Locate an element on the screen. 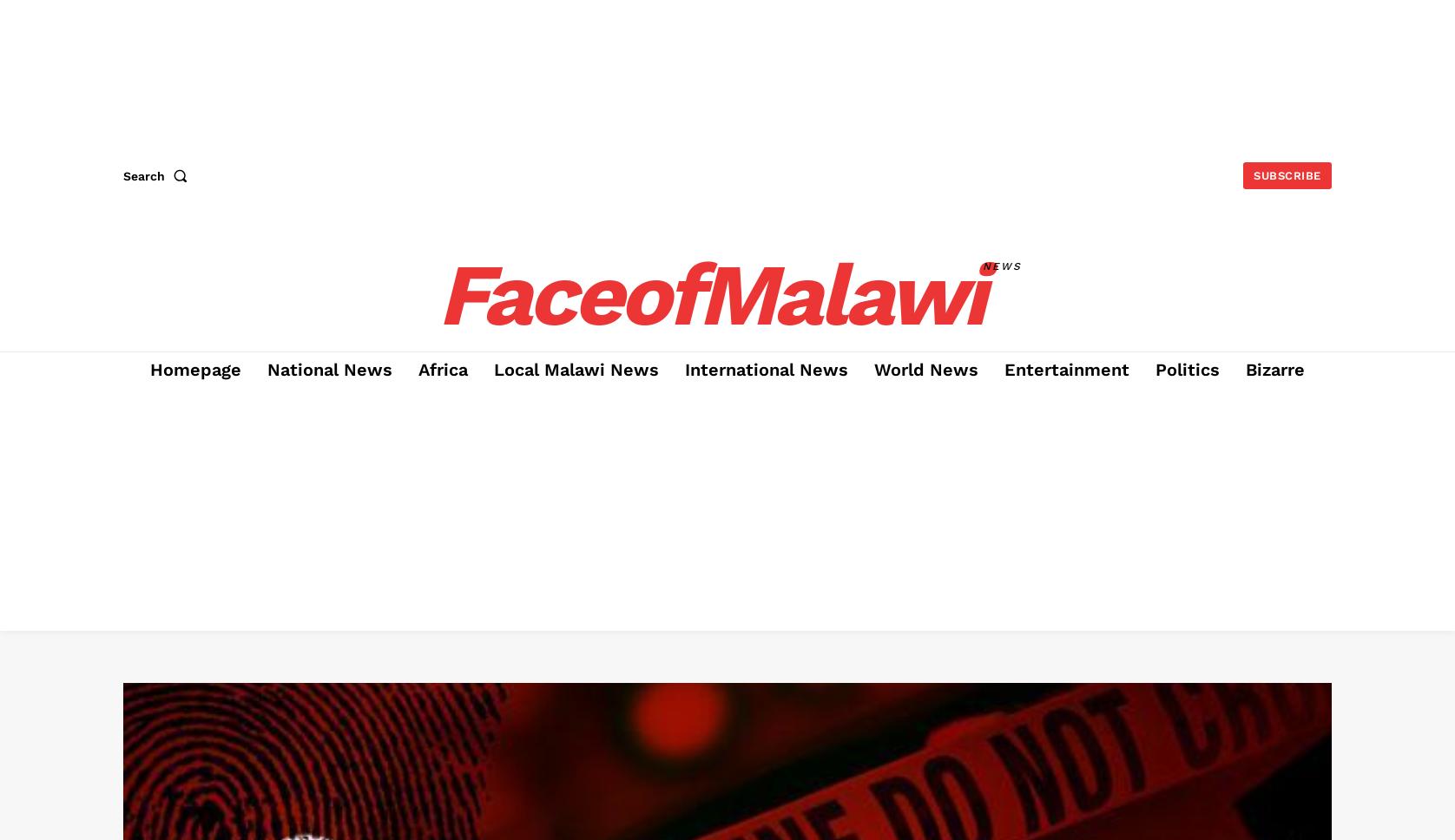 The image size is (1455, 840). 'Subscribe' is located at coordinates (1286, 175).